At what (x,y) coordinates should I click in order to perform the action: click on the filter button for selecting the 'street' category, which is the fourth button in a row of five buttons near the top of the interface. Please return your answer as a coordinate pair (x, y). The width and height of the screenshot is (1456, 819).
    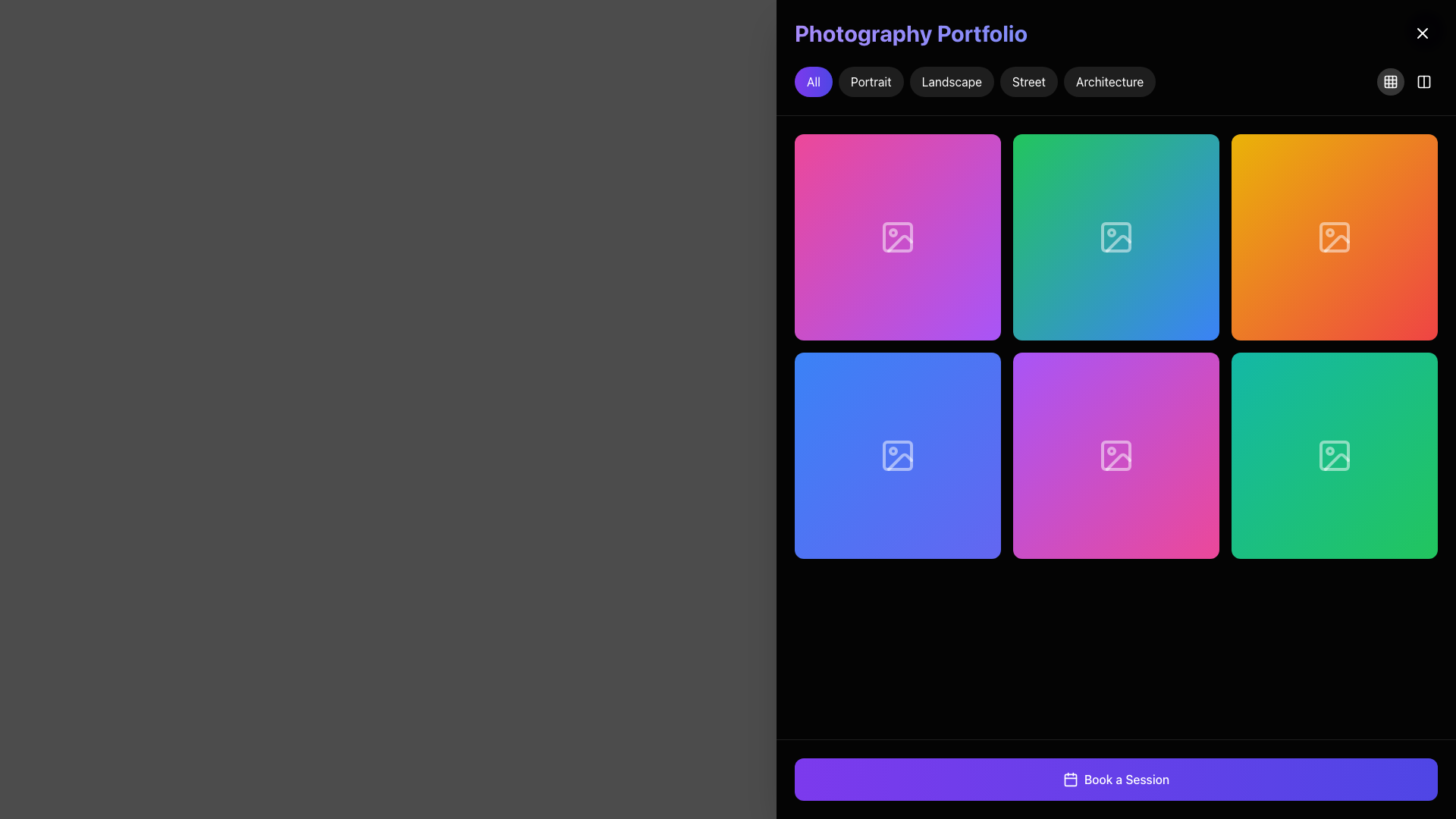
    Looking at the image, I should click on (1028, 82).